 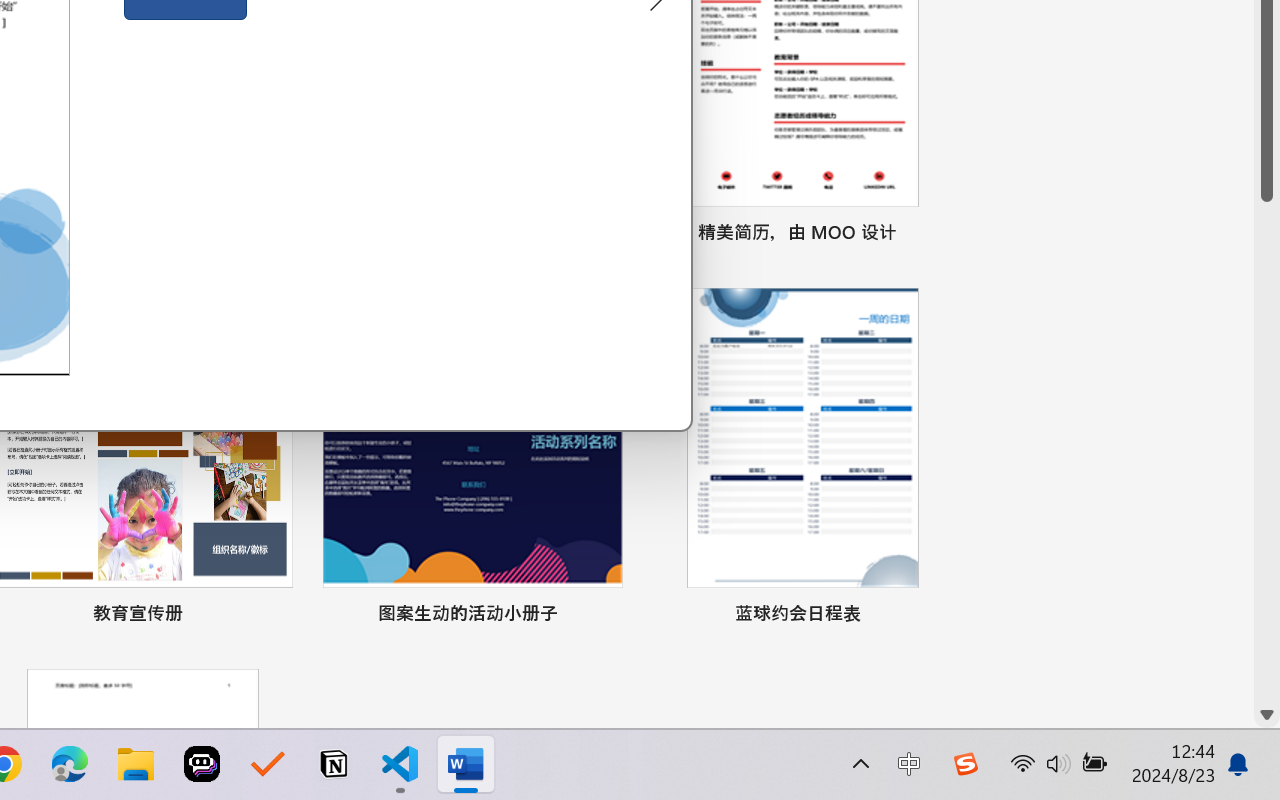 I want to click on 'Pin to list', so click(x=933, y=616).